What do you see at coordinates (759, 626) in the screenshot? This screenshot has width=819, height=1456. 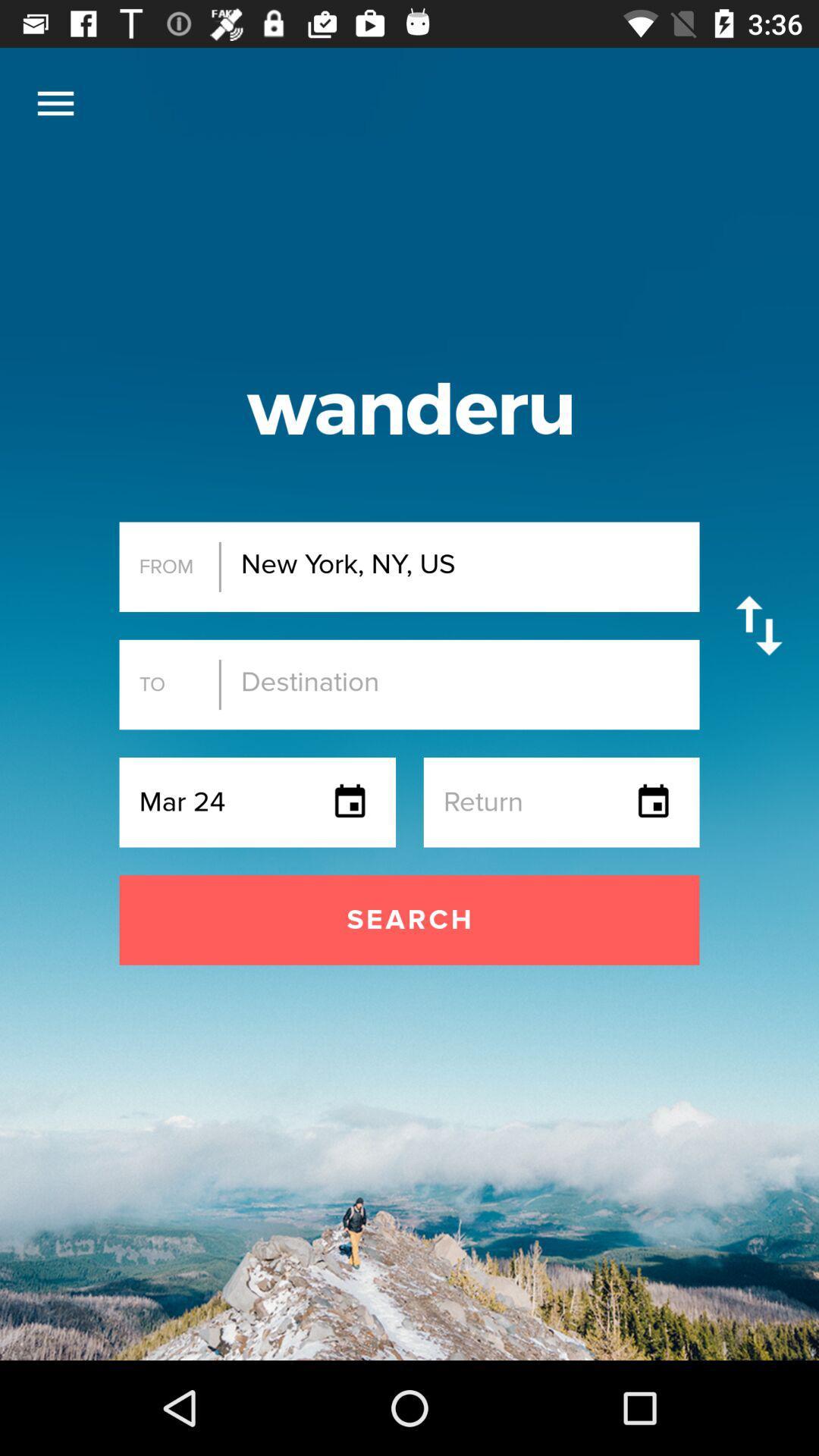 I see `swap from and to` at bounding box center [759, 626].